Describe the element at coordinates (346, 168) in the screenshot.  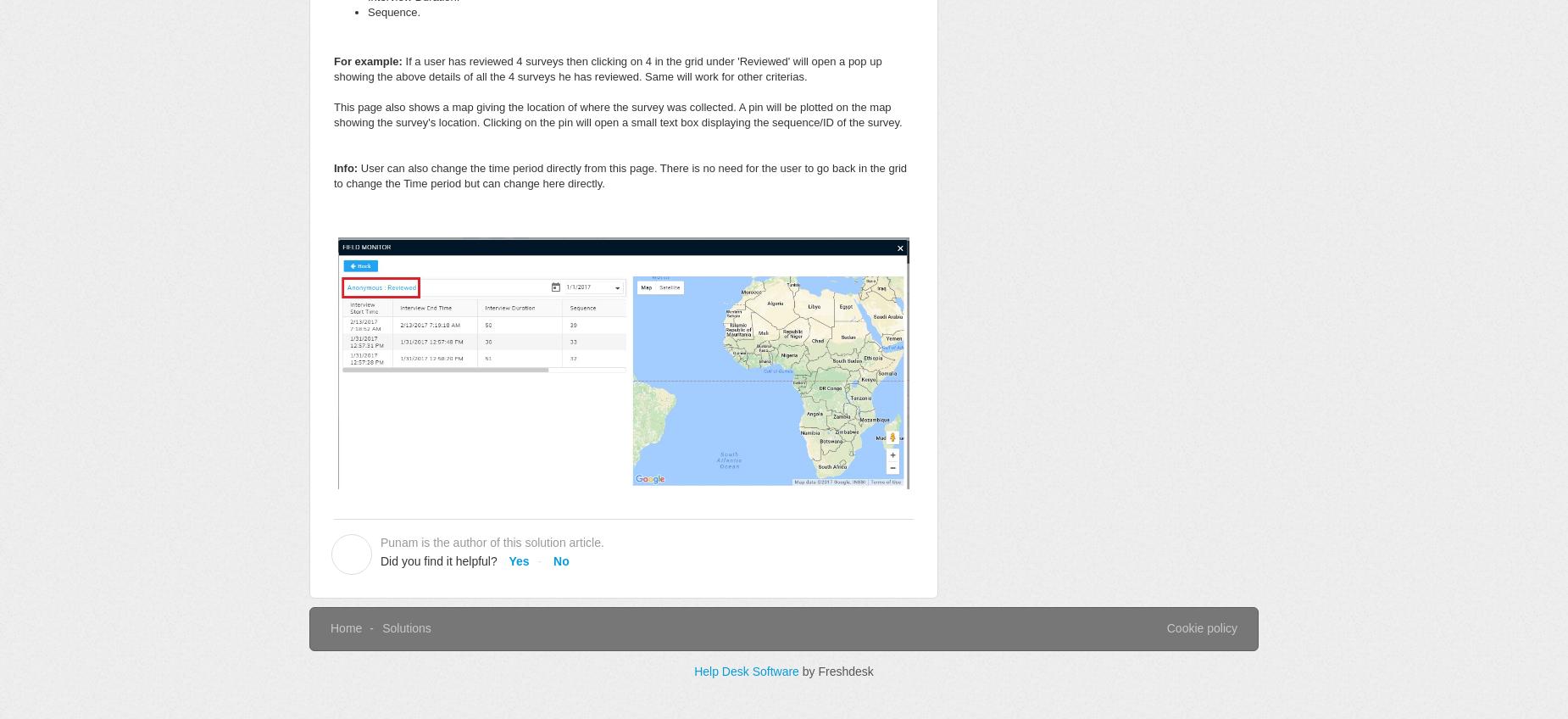
I see `'Info:'` at that location.